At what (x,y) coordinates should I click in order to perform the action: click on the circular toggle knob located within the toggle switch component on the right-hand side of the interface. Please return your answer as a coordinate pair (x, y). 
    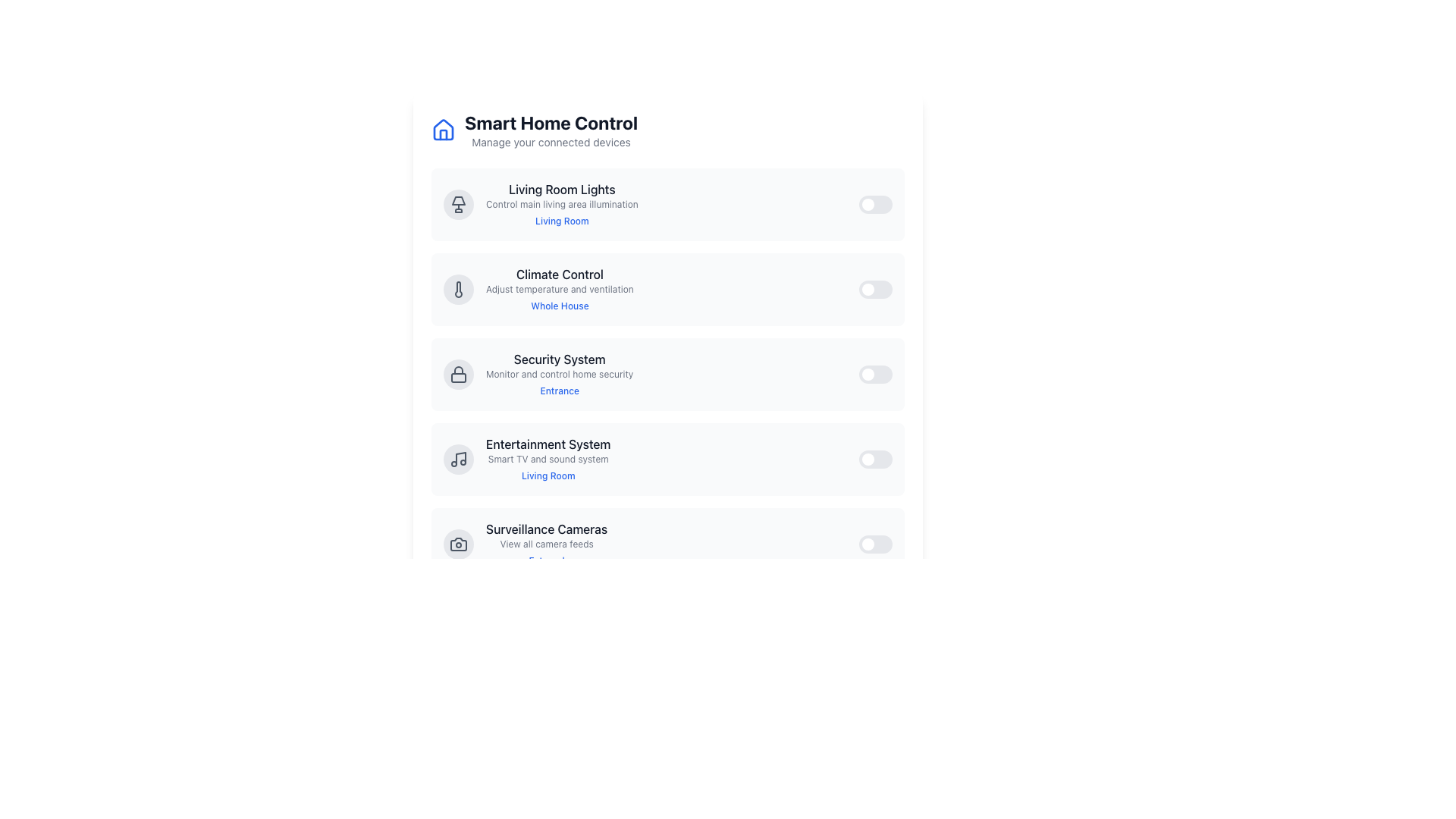
    Looking at the image, I should click on (868, 629).